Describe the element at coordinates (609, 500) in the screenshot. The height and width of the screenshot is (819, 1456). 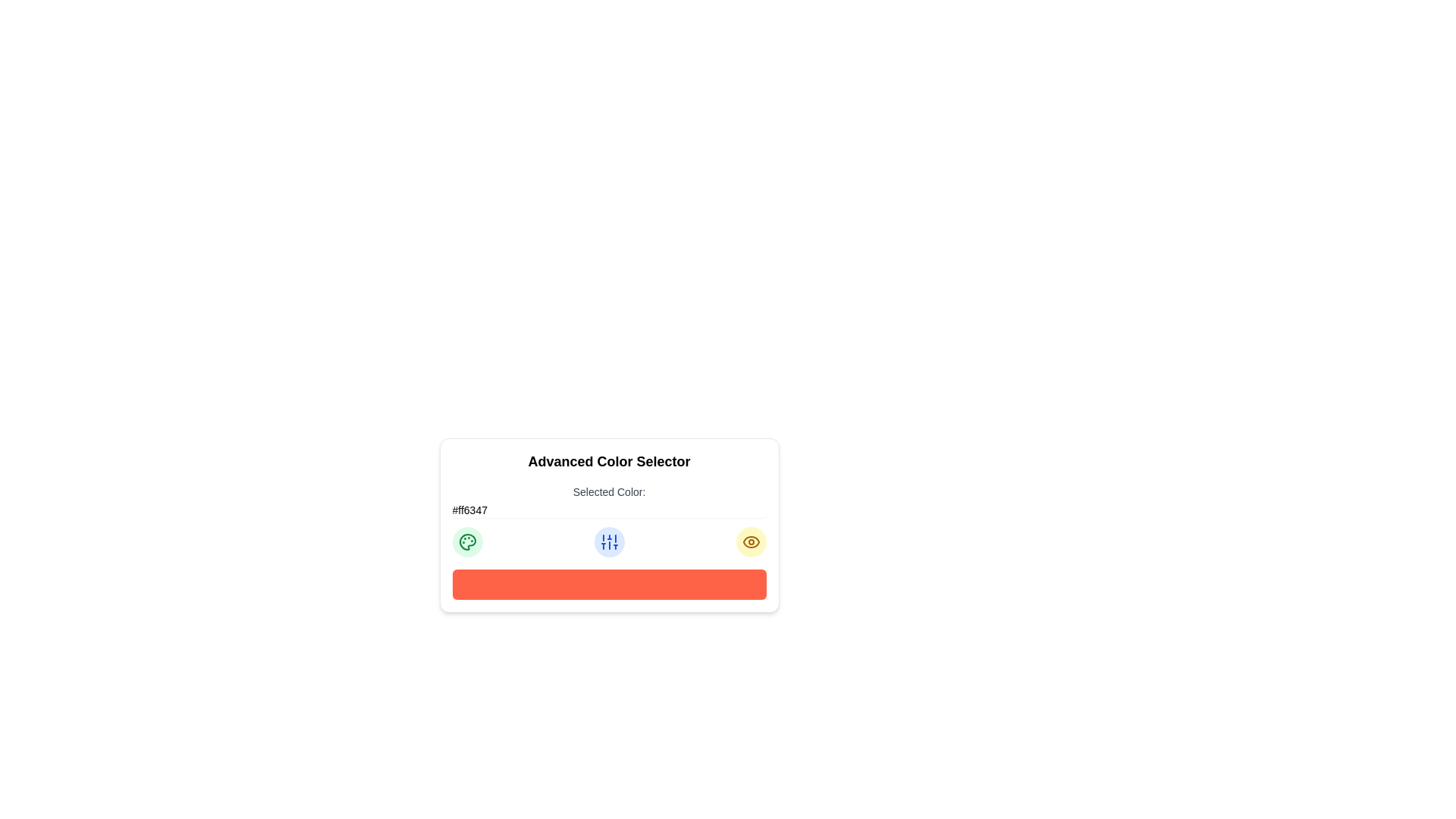
I see `the descriptive label indicating the purpose of the color input field located under the 'Advanced Color Selector' title and above the input field displaying the value '#ff6347'` at that location.